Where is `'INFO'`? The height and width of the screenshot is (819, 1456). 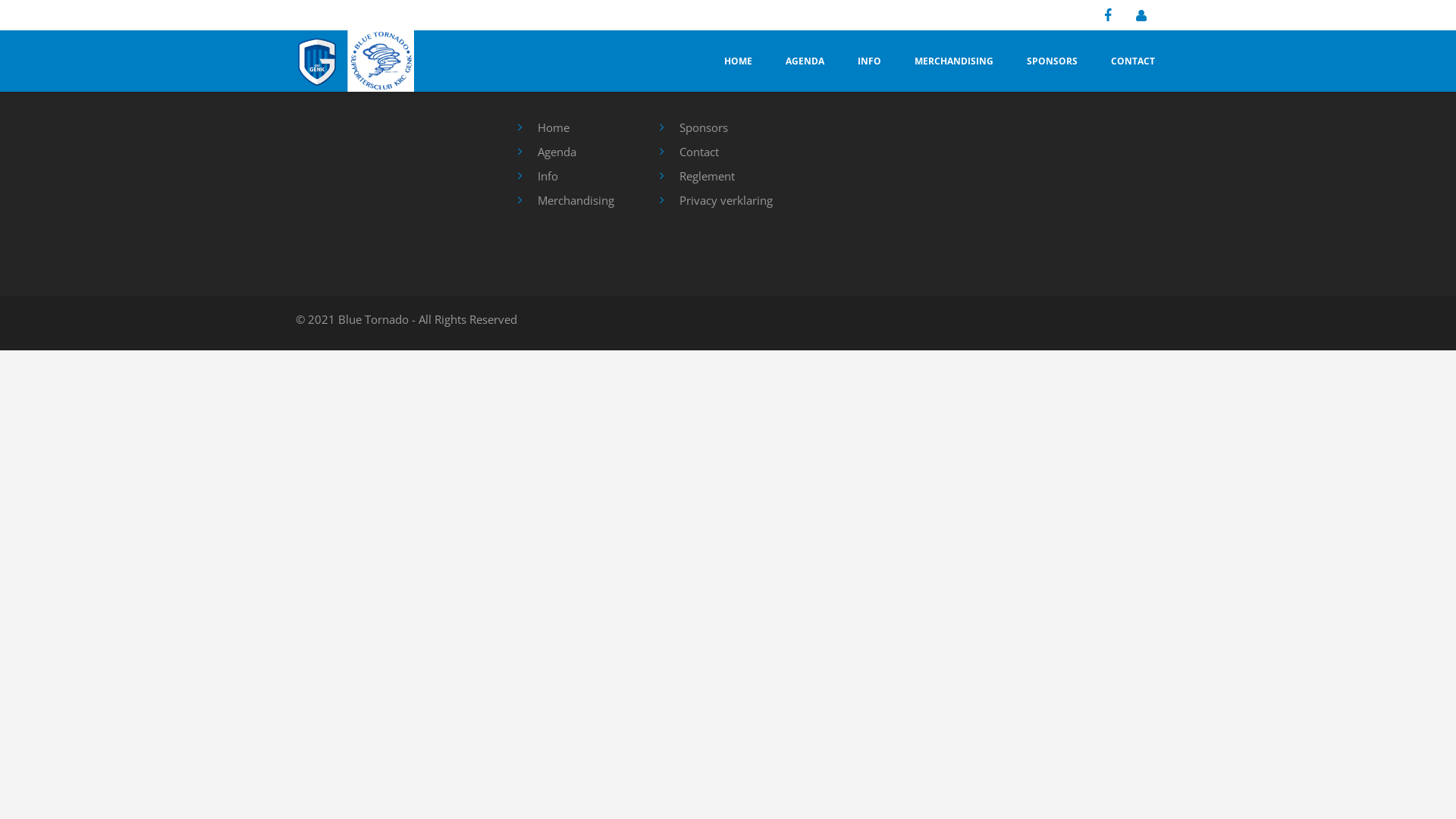 'INFO' is located at coordinates (869, 60).